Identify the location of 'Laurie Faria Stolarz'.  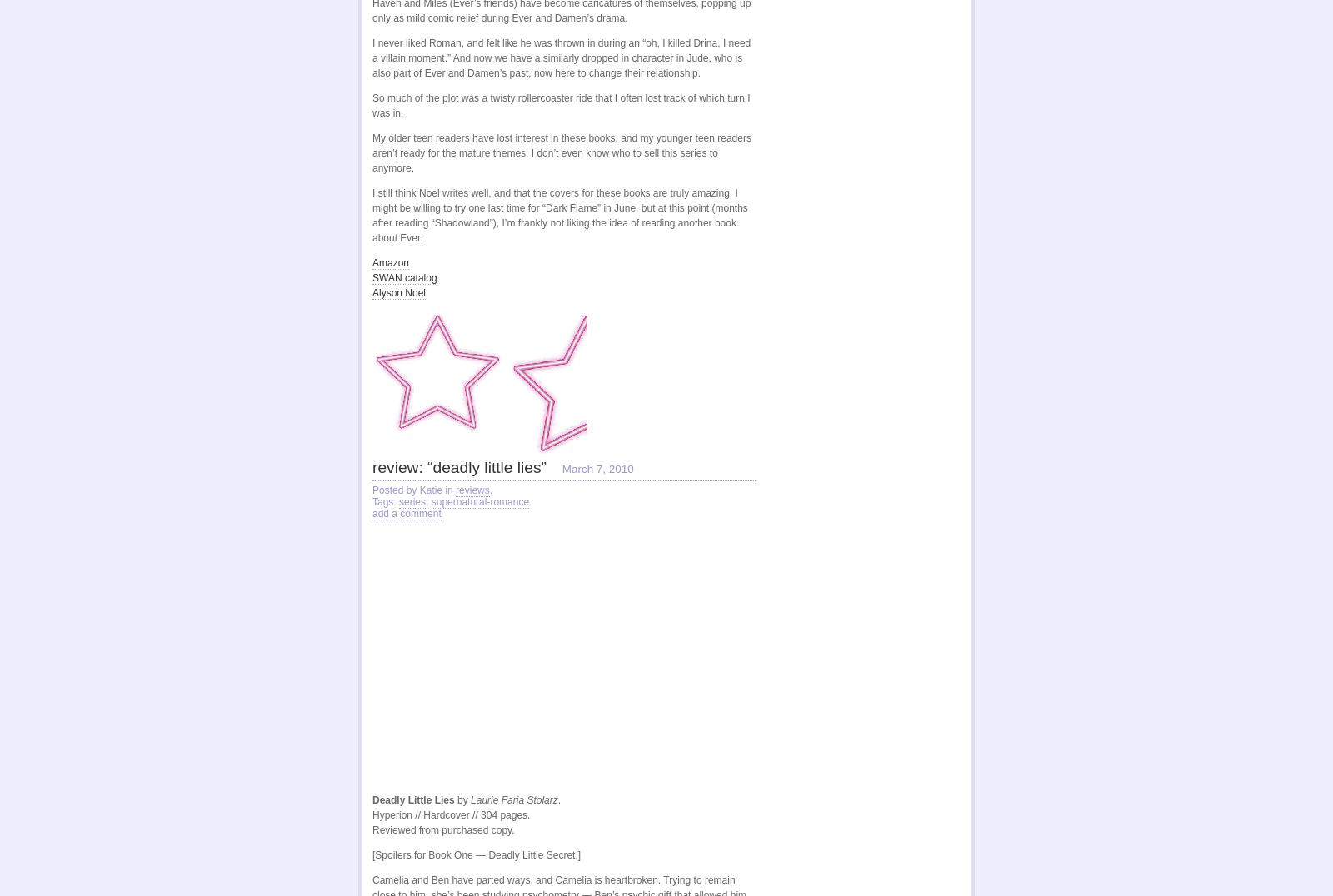
(513, 799).